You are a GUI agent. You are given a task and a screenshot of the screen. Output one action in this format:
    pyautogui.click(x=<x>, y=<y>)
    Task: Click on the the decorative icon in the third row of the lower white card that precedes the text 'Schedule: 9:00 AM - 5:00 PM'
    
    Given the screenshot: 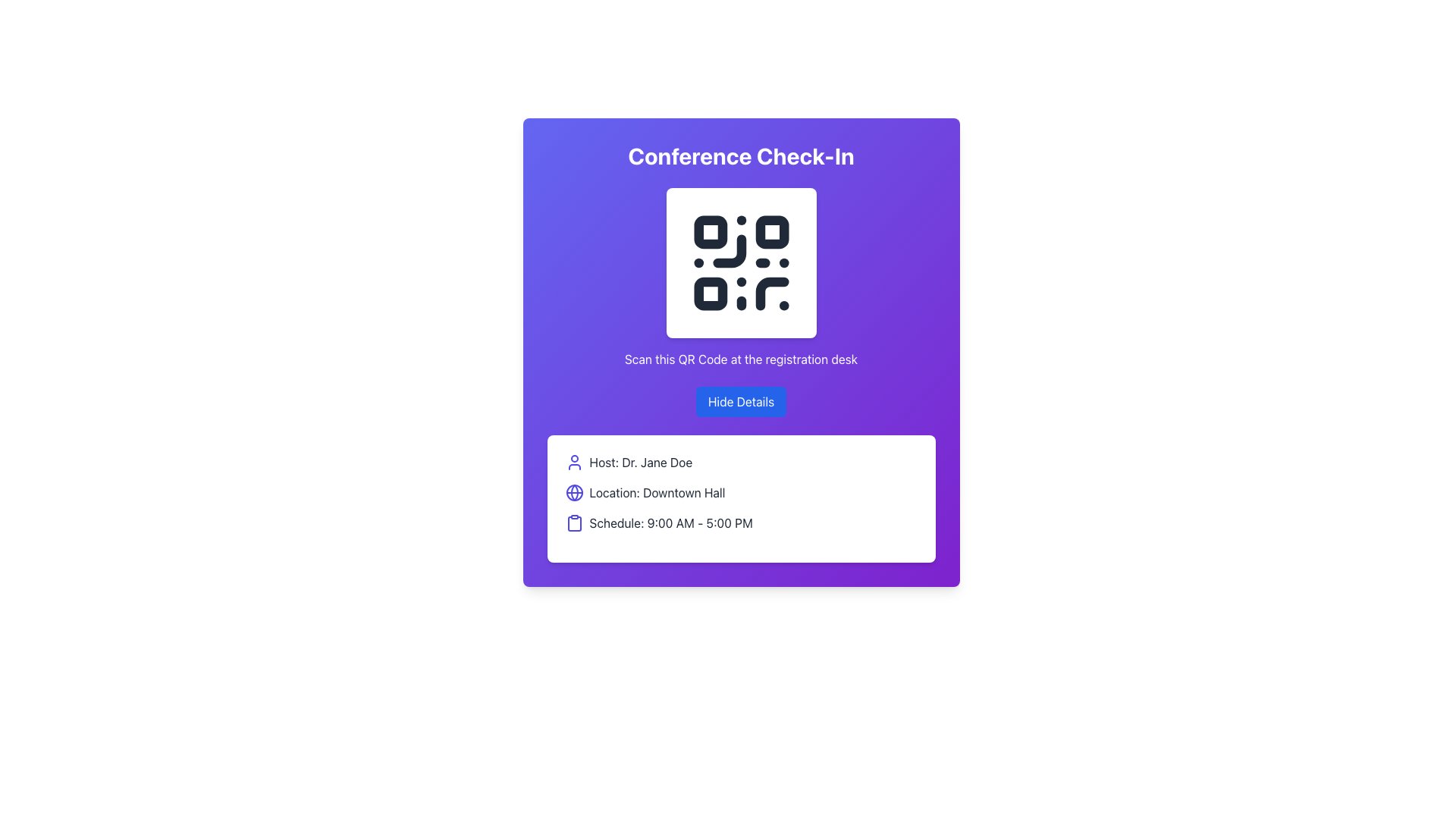 What is the action you would take?
    pyautogui.click(x=573, y=522)
    